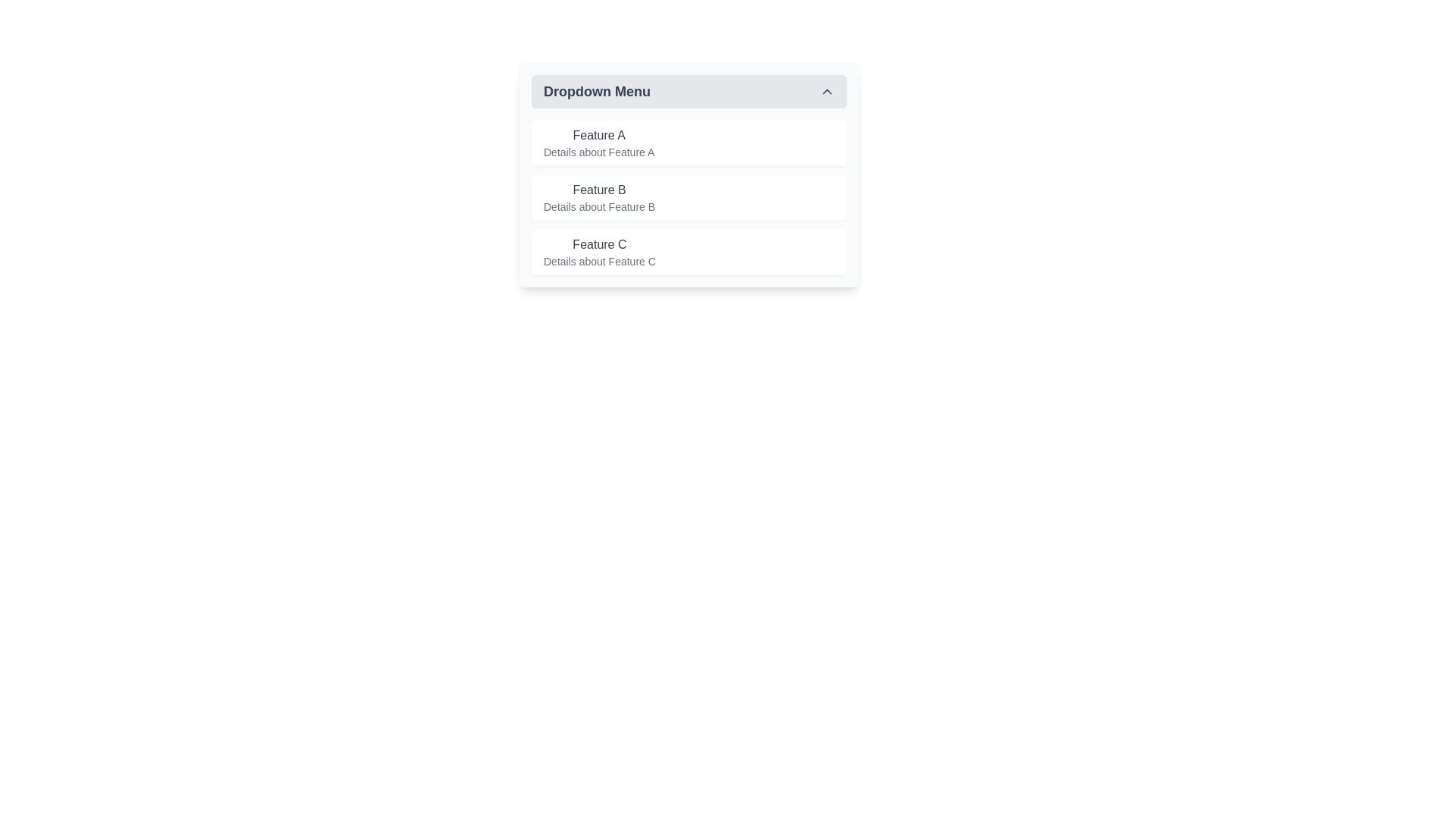  I want to click on the third interactive list item labeled 'Feature C' in the dropdown menu, so click(688, 251).